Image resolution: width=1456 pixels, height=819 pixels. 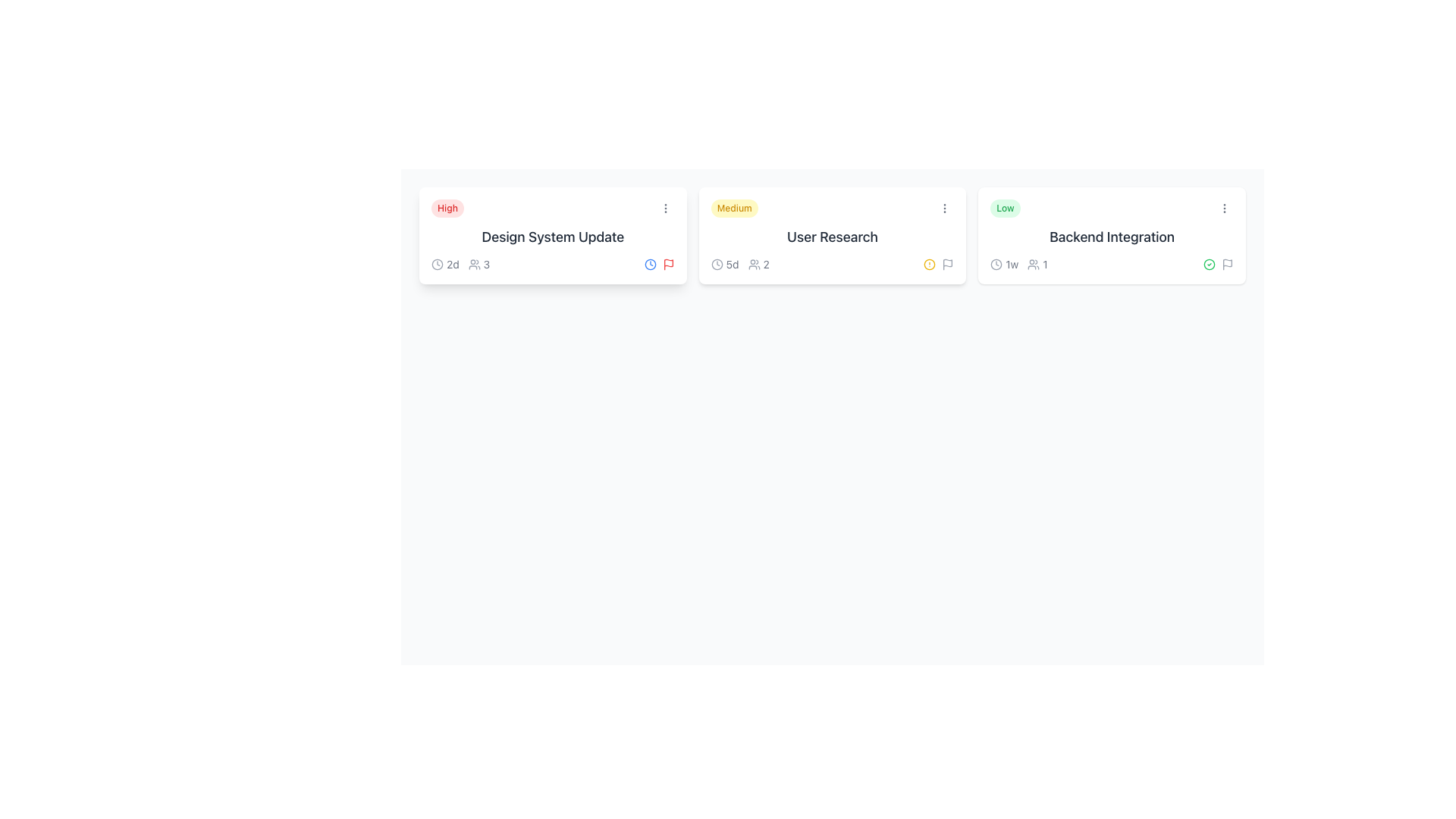 I want to click on the icon representing a group of individuals, which is a minimalist gray design located in the last card on the right, next to the number '1', so click(x=1033, y=263).